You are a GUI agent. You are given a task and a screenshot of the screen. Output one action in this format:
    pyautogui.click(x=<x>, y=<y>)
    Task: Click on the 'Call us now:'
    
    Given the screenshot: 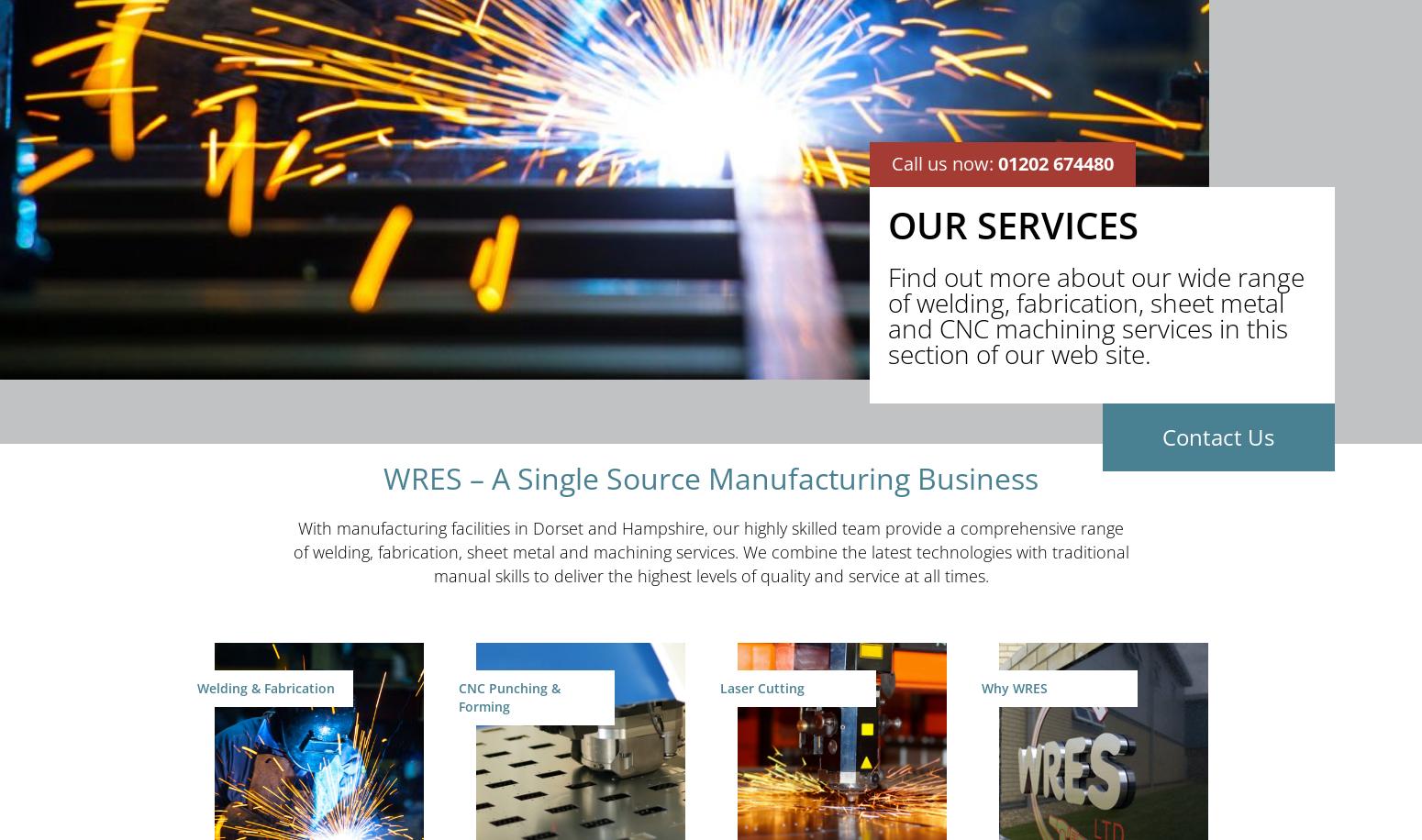 What is the action you would take?
    pyautogui.click(x=944, y=162)
    